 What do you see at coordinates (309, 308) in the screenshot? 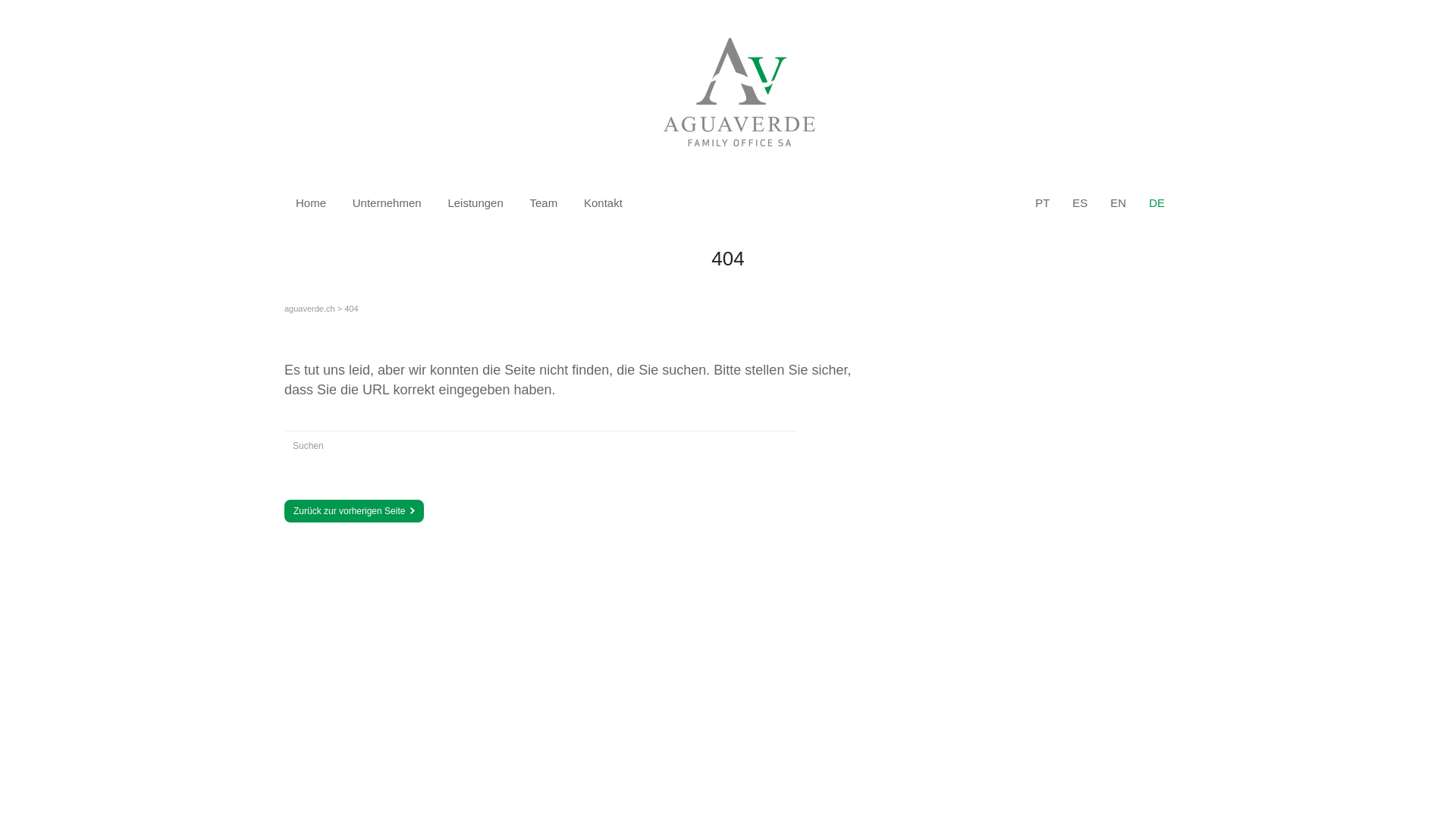
I see `'aguaverde.ch'` at bounding box center [309, 308].